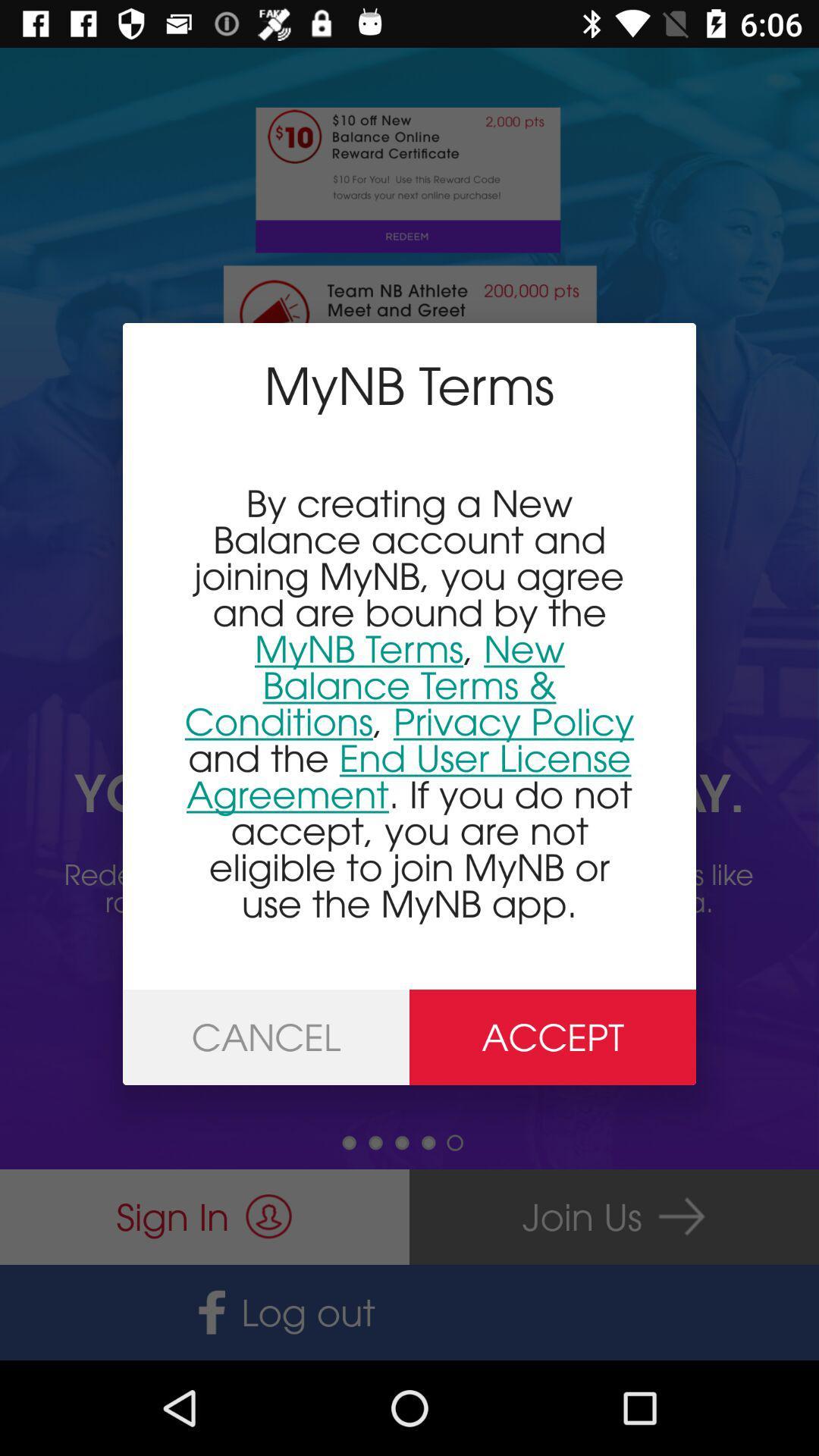  I want to click on icon below the mynb terms item, so click(409, 702).